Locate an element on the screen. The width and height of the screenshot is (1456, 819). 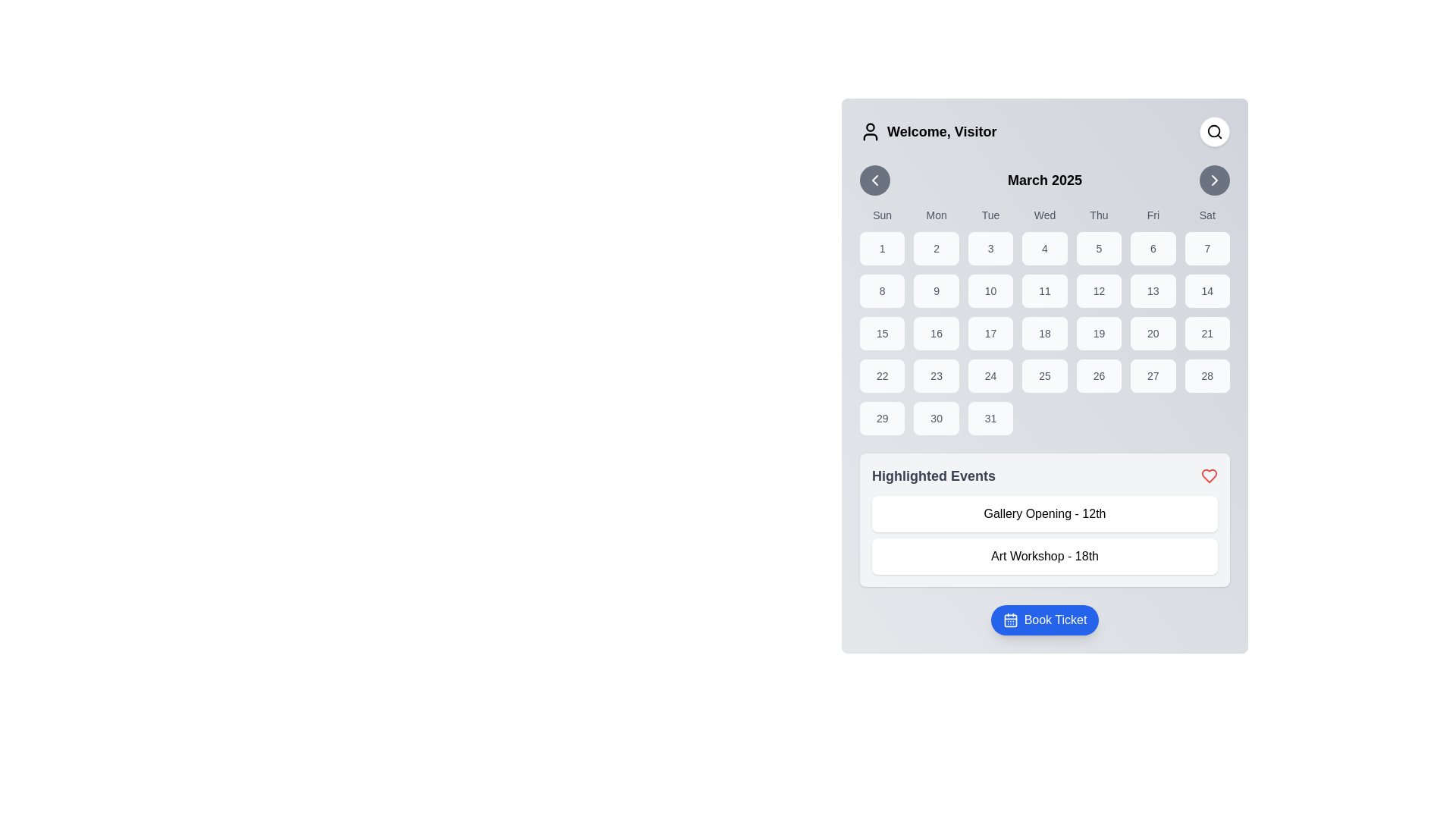
the selectable day in the calendar grid located in the last row, second column under the 'Mon' column heading is located at coordinates (935, 418).